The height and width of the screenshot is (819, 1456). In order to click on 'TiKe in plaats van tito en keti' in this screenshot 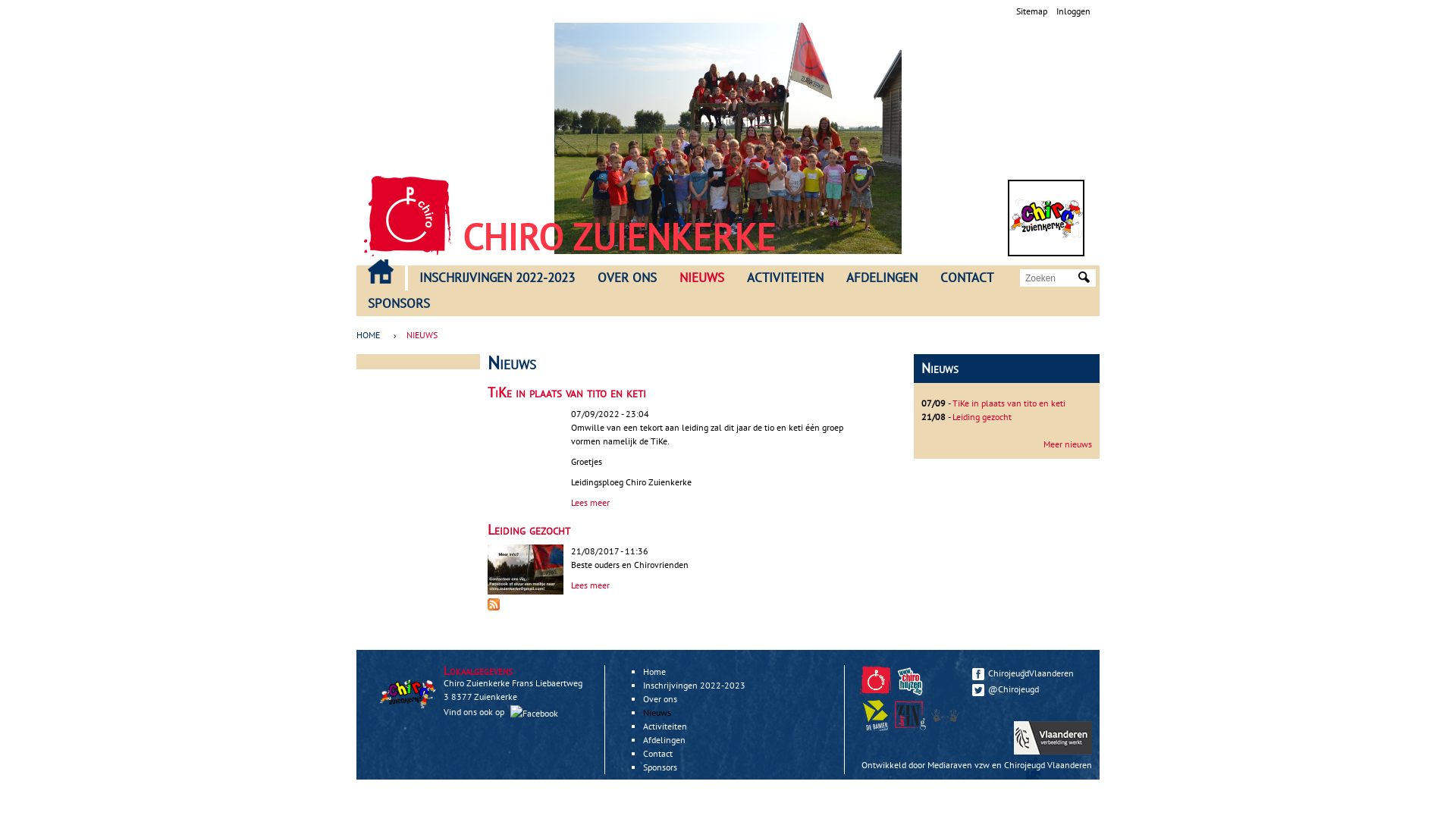, I will do `click(952, 402)`.